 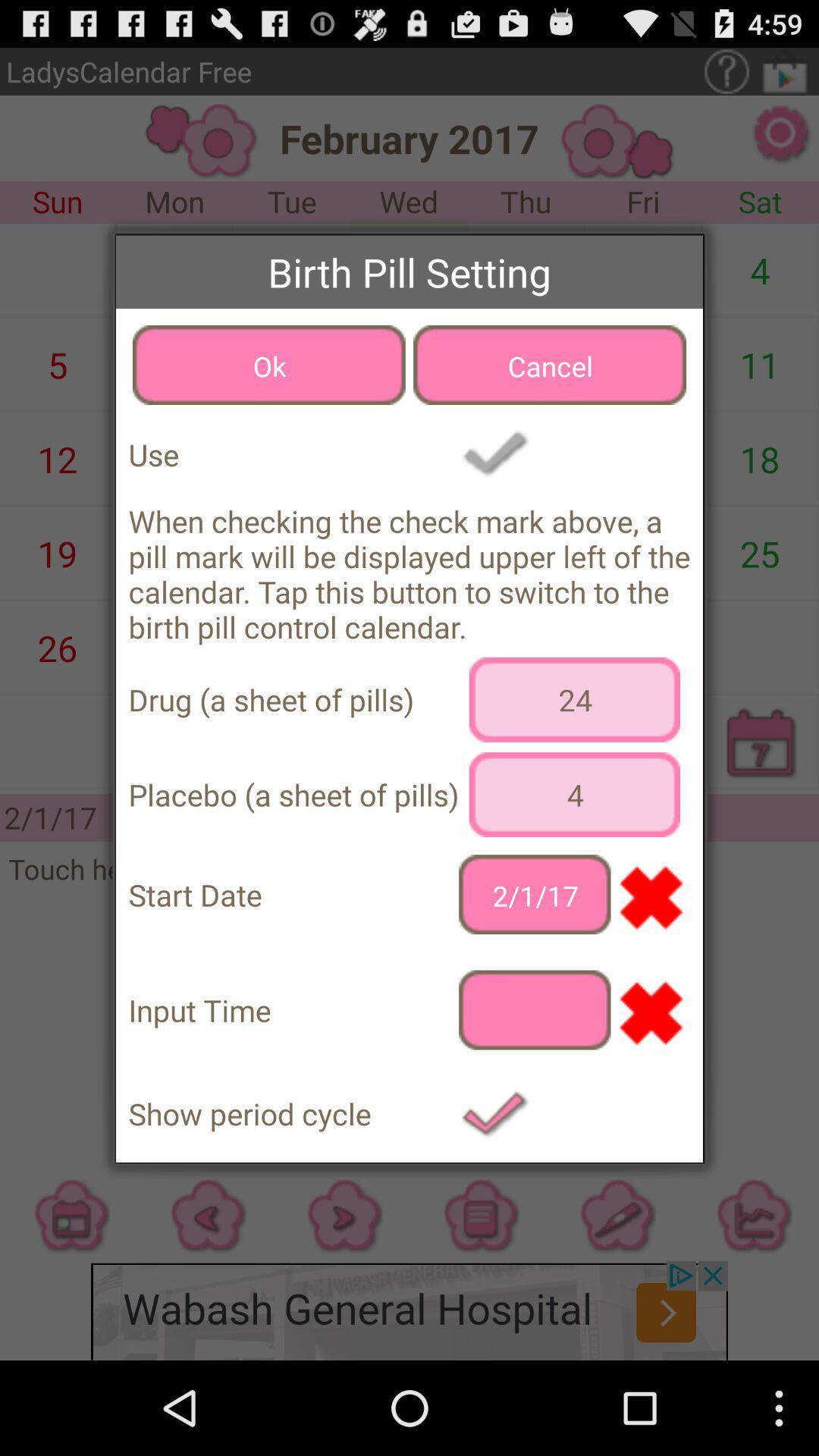 What do you see at coordinates (550, 365) in the screenshot?
I see `the icon next to the ok item` at bounding box center [550, 365].